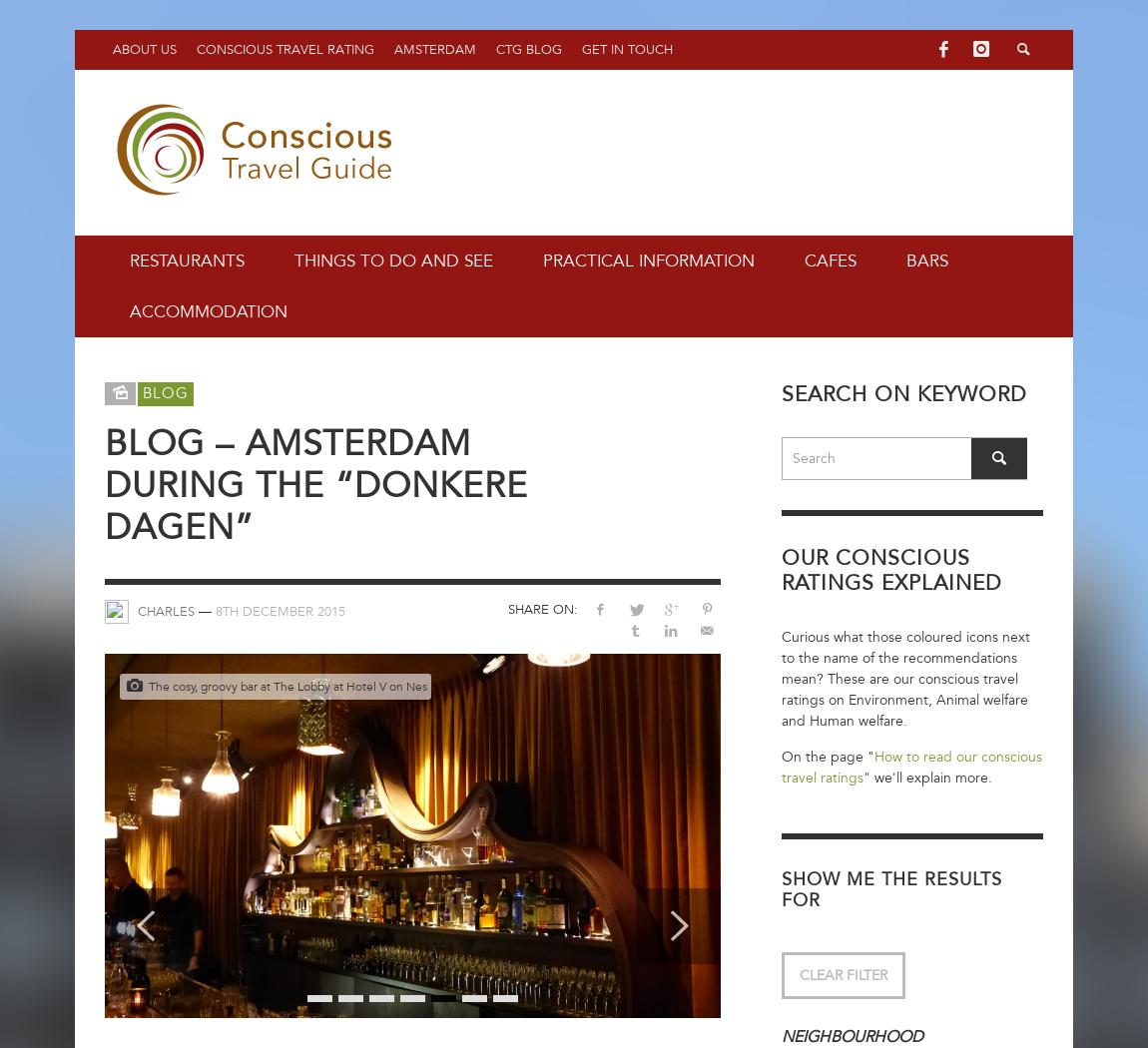 The image size is (1148, 1048). Describe the element at coordinates (460, 90) in the screenshot. I see `'Weekend Calendar'` at that location.